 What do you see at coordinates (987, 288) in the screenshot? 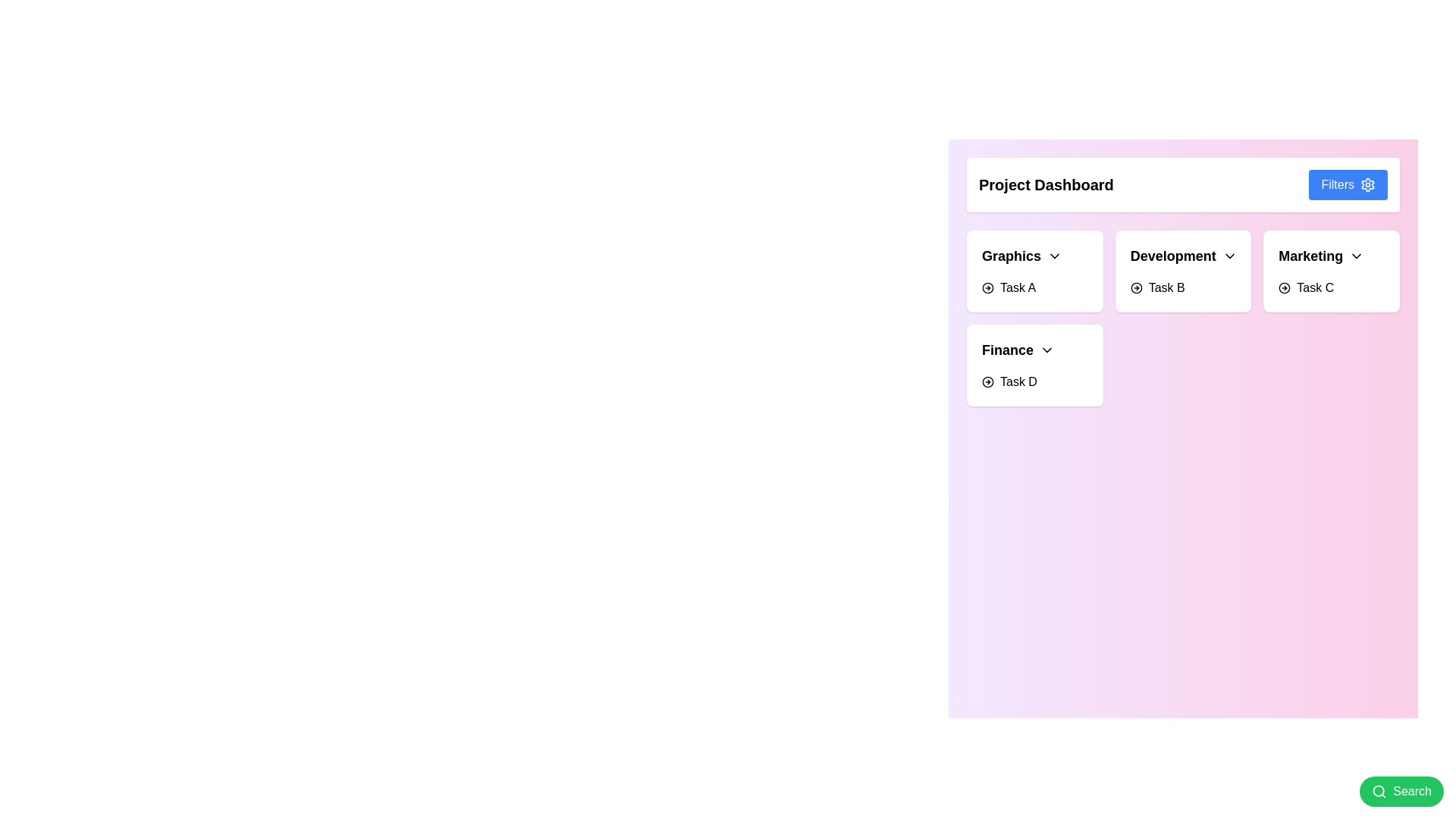
I see `the circular icon with a right-pointing arrow inside, located in the 'Task A' row of the 'Graphics' section on the left side of the text 'Task A'` at bounding box center [987, 288].